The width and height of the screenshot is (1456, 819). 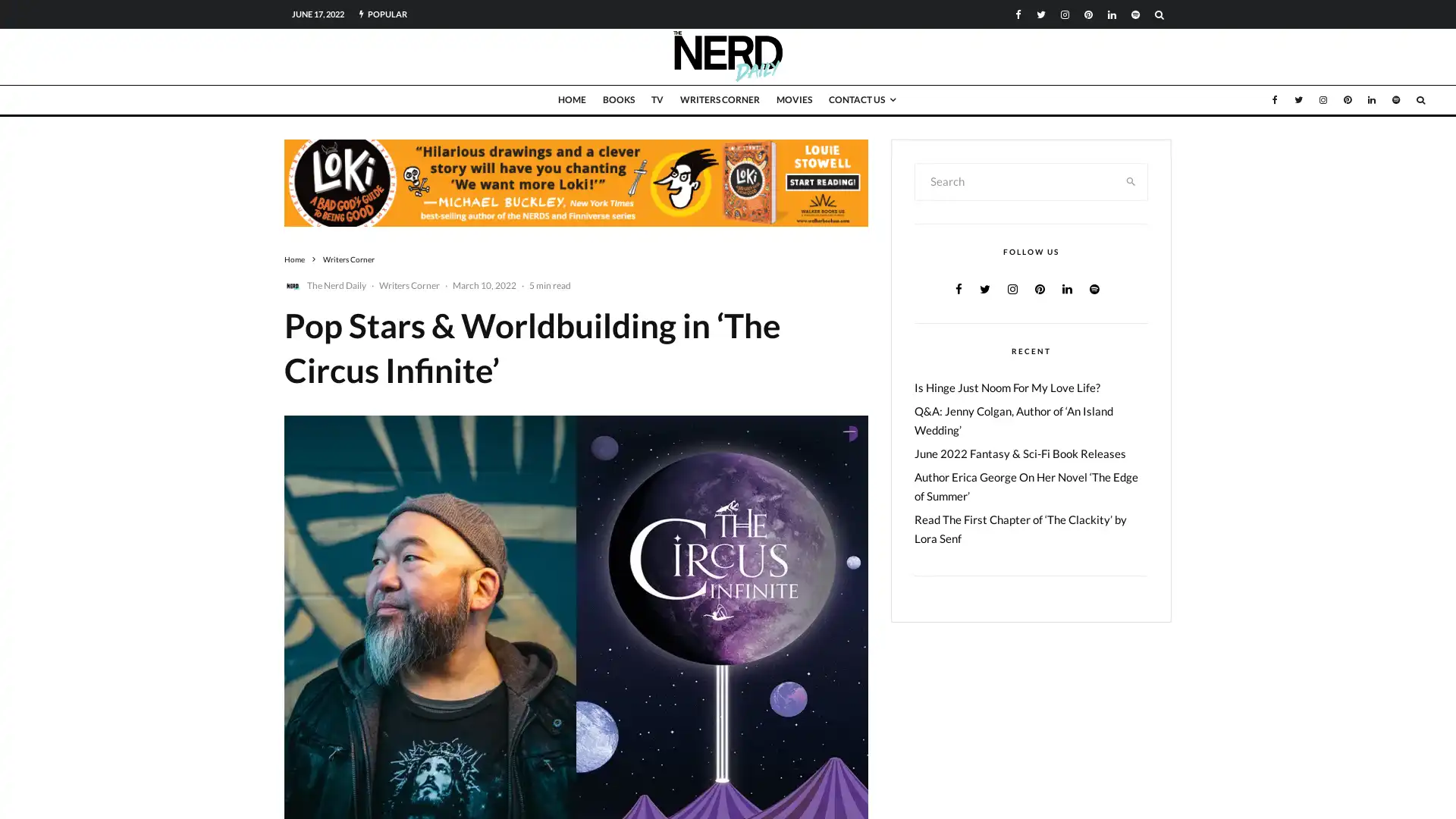 What do you see at coordinates (1131, 180) in the screenshot?
I see `search` at bounding box center [1131, 180].